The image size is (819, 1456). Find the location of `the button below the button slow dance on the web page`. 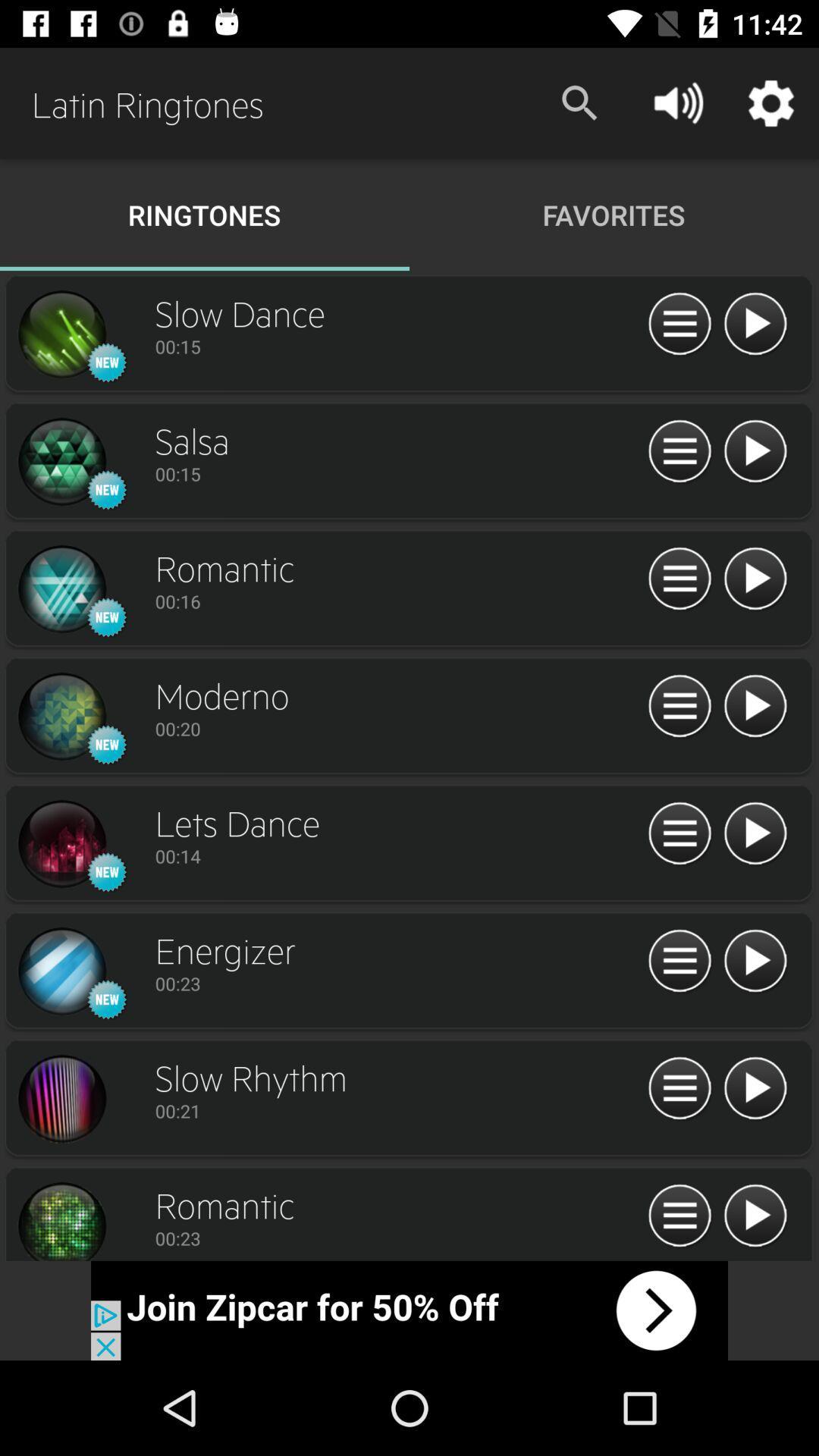

the button below the button slow dance on the web page is located at coordinates (397, 345).